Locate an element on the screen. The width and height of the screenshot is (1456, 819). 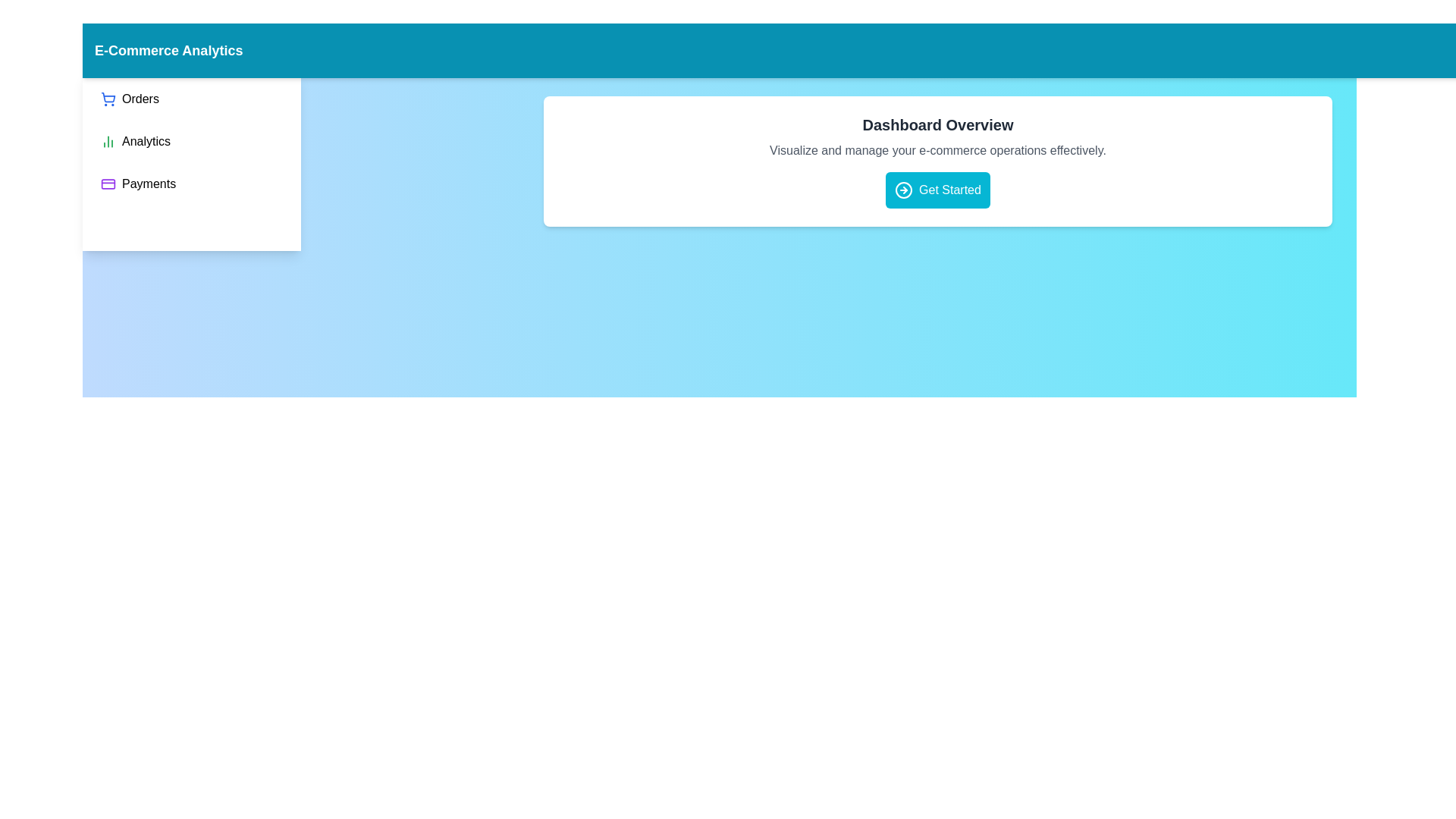
text label displaying 'E-Commerce Analytics' which is styled in bold and semibold font against a cyan background, located at the top-left corner of the header section is located at coordinates (168, 49).